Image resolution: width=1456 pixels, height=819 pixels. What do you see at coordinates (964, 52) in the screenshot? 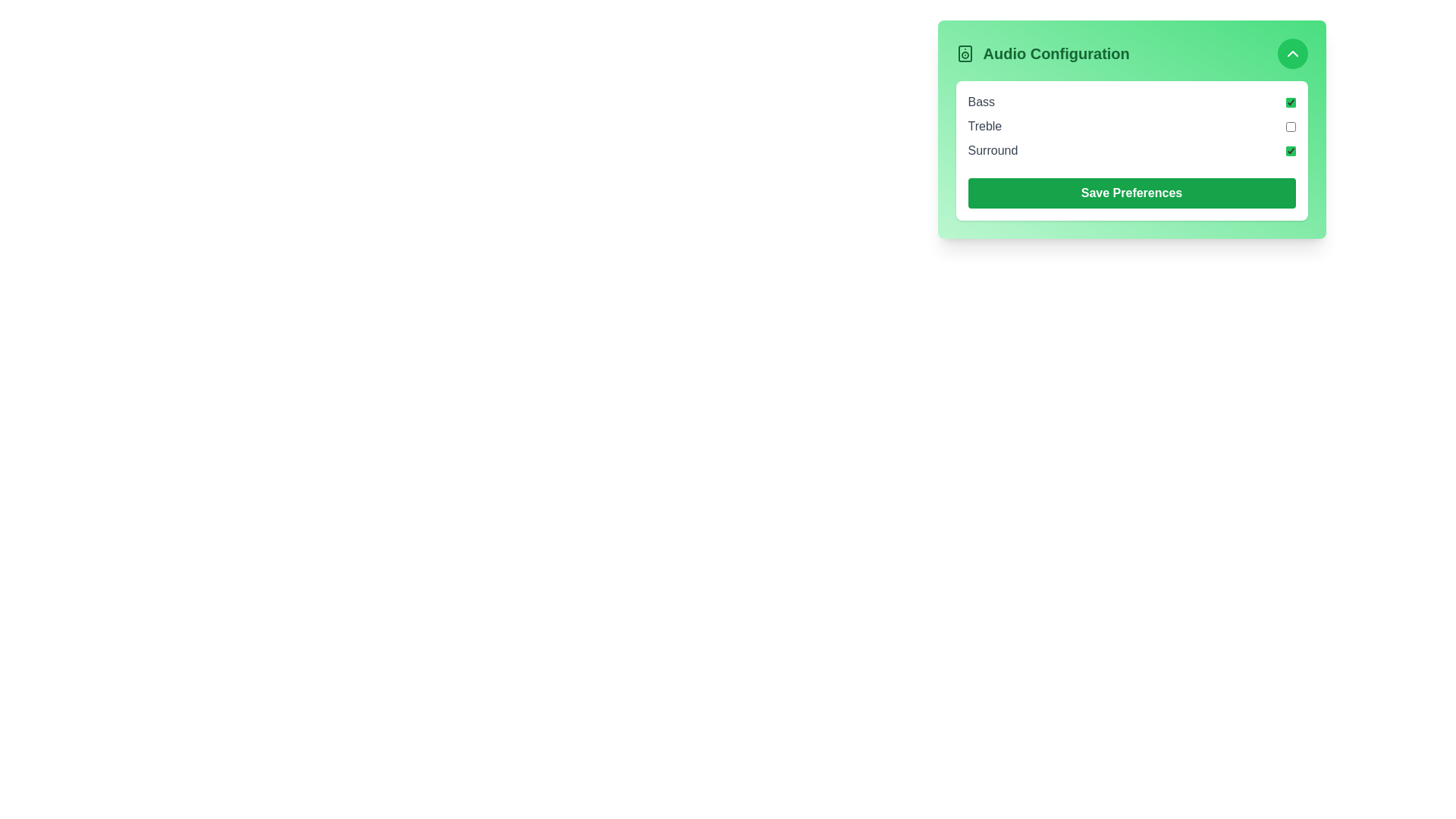
I see `the small speaker icon located in the top-left corner of the 'Audio Configuration' section, which features a green stroke color and resembles a stylized speaker design` at bounding box center [964, 52].